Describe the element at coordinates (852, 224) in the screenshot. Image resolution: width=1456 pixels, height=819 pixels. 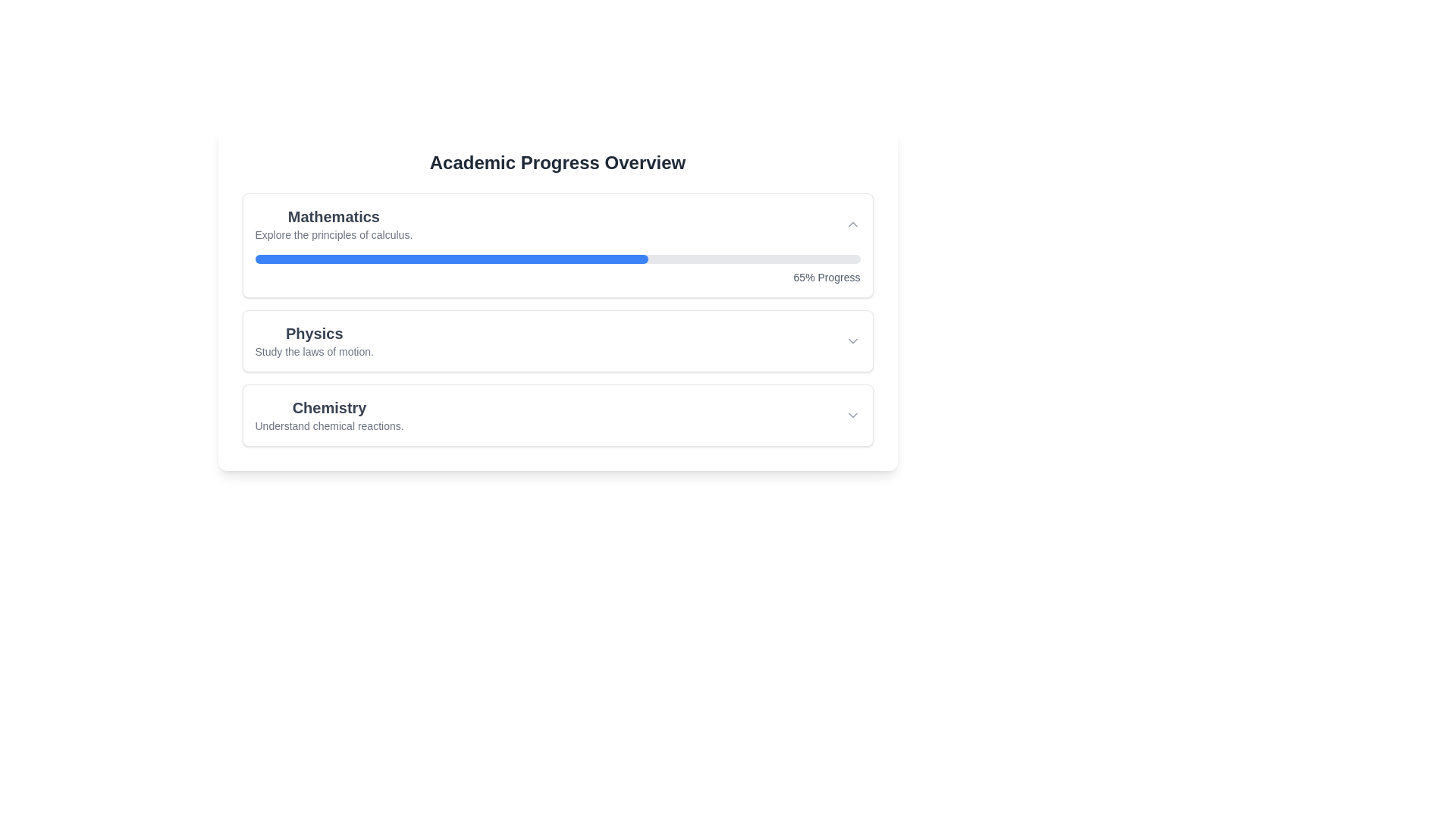
I see `the toggle button on the far-right side of the 'Mathematics' section header to change its visibility` at that location.